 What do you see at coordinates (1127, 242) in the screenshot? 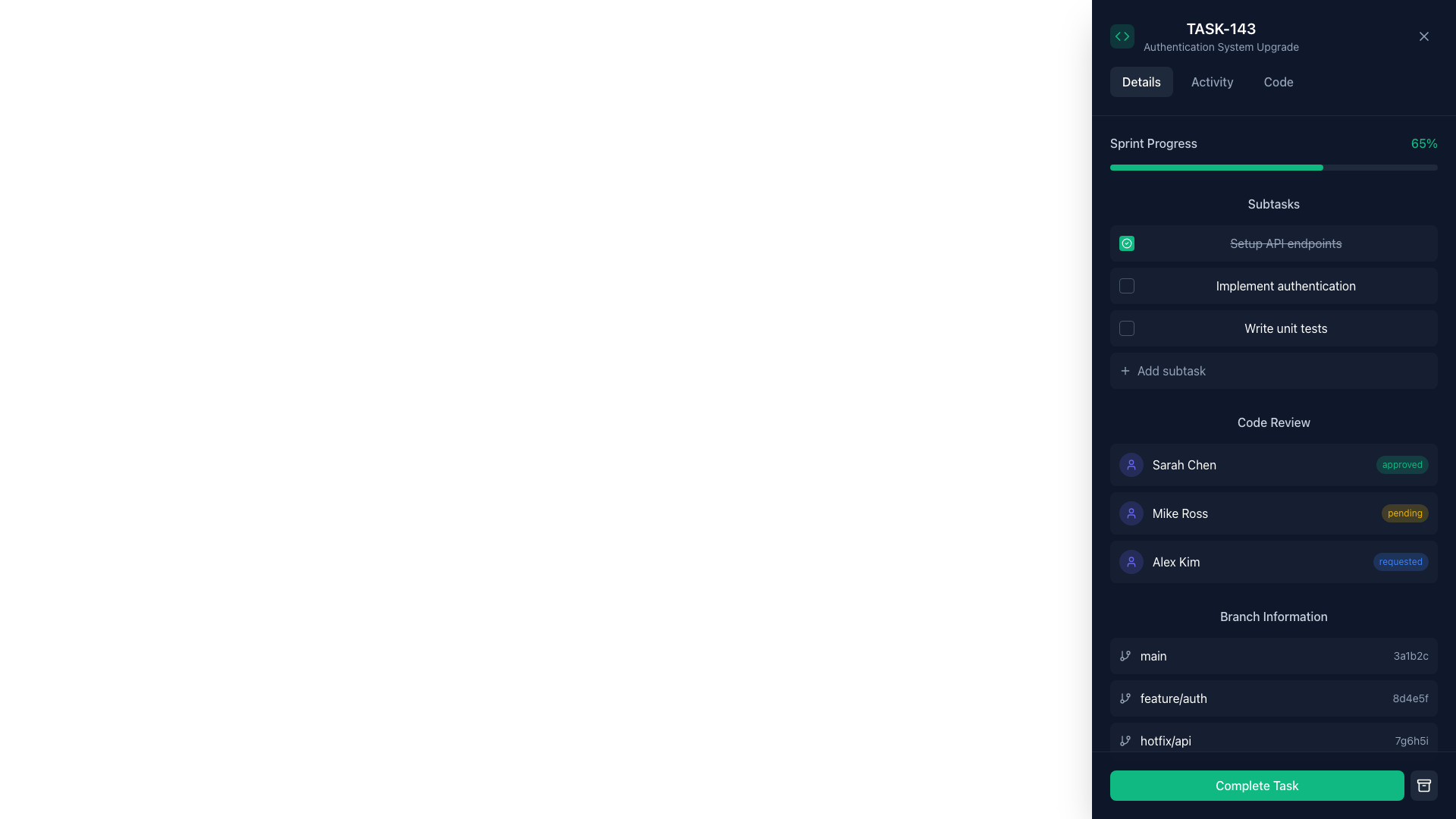
I see `the small circular icon with a green background and a white checkmark in its center, which indicates a completed task, located to the left of the crossed-out text in the 'Setup API endpoints' subtask panel` at bounding box center [1127, 242].